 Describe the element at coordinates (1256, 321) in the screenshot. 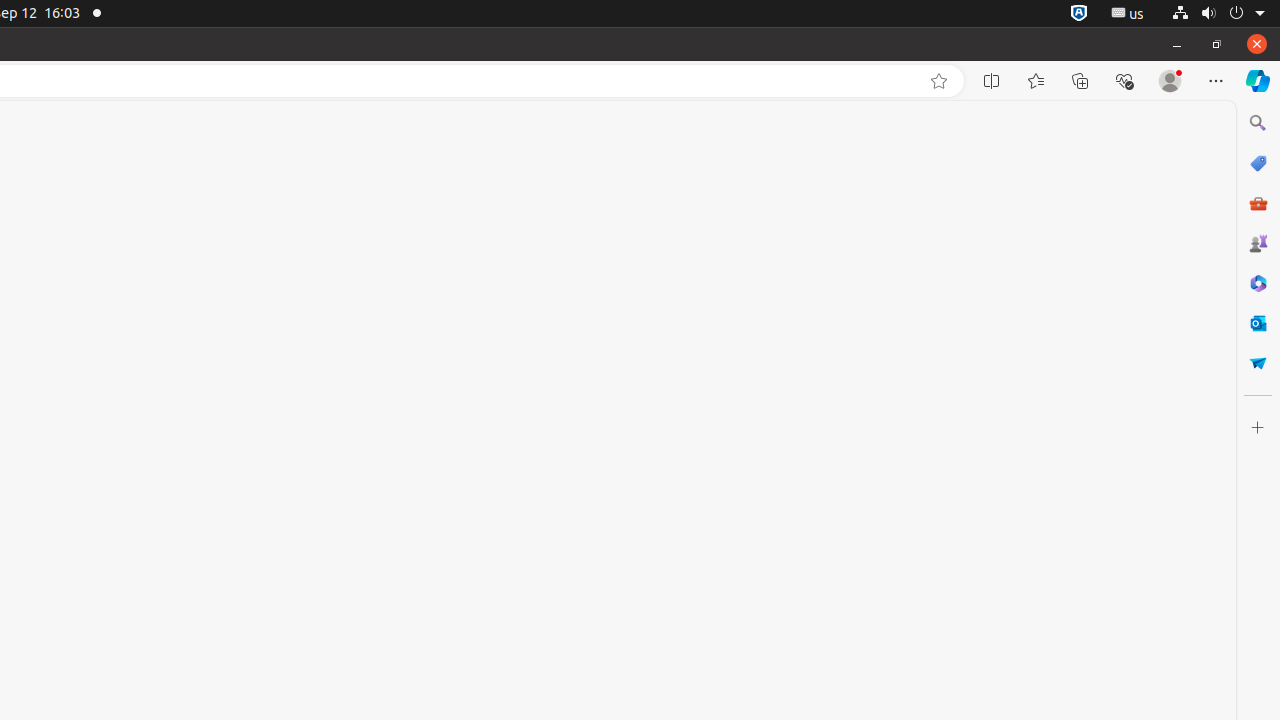

I see `'Outlook'` at that location.